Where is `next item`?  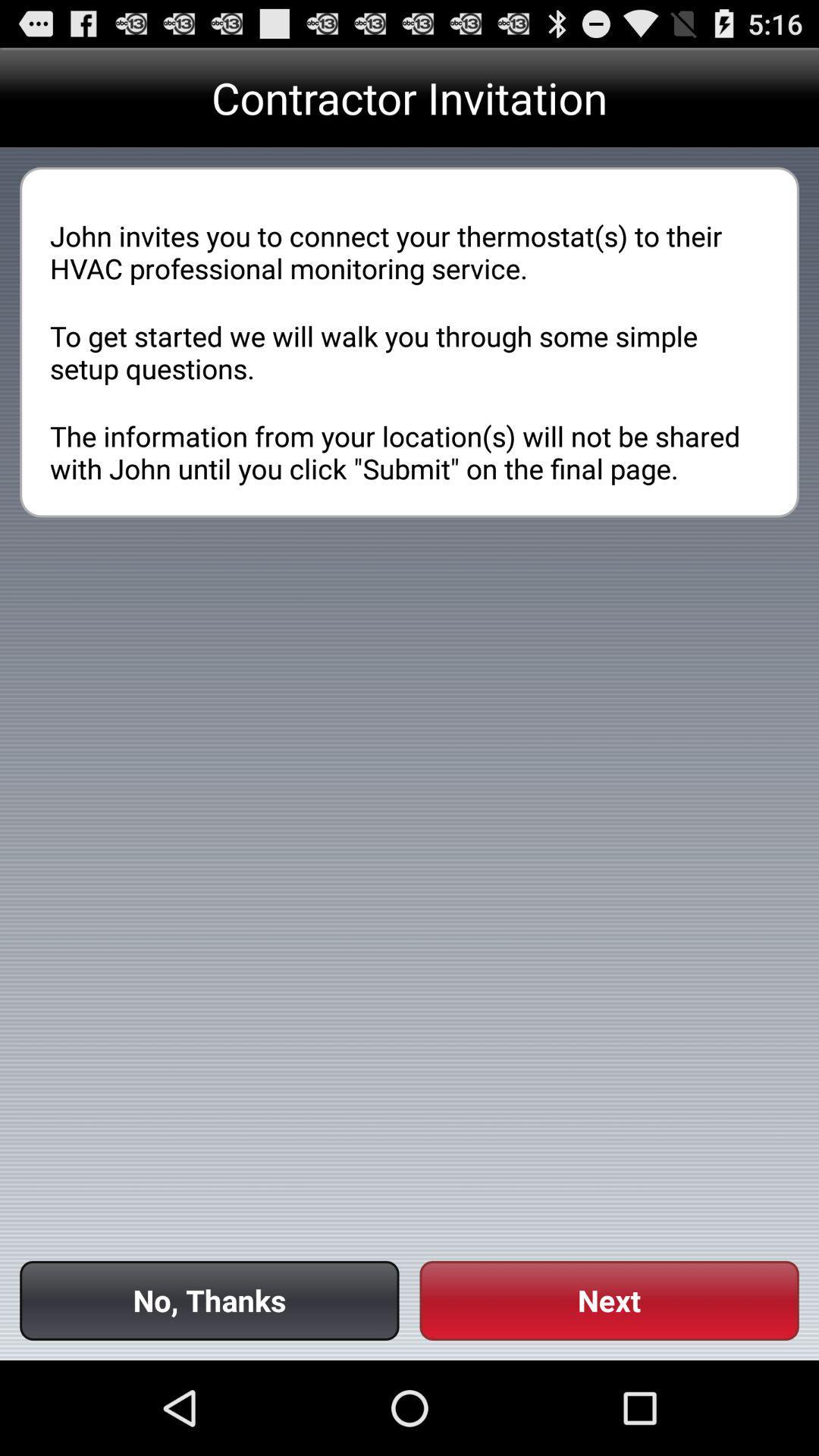
next item is located at coordinates (608, 1300).